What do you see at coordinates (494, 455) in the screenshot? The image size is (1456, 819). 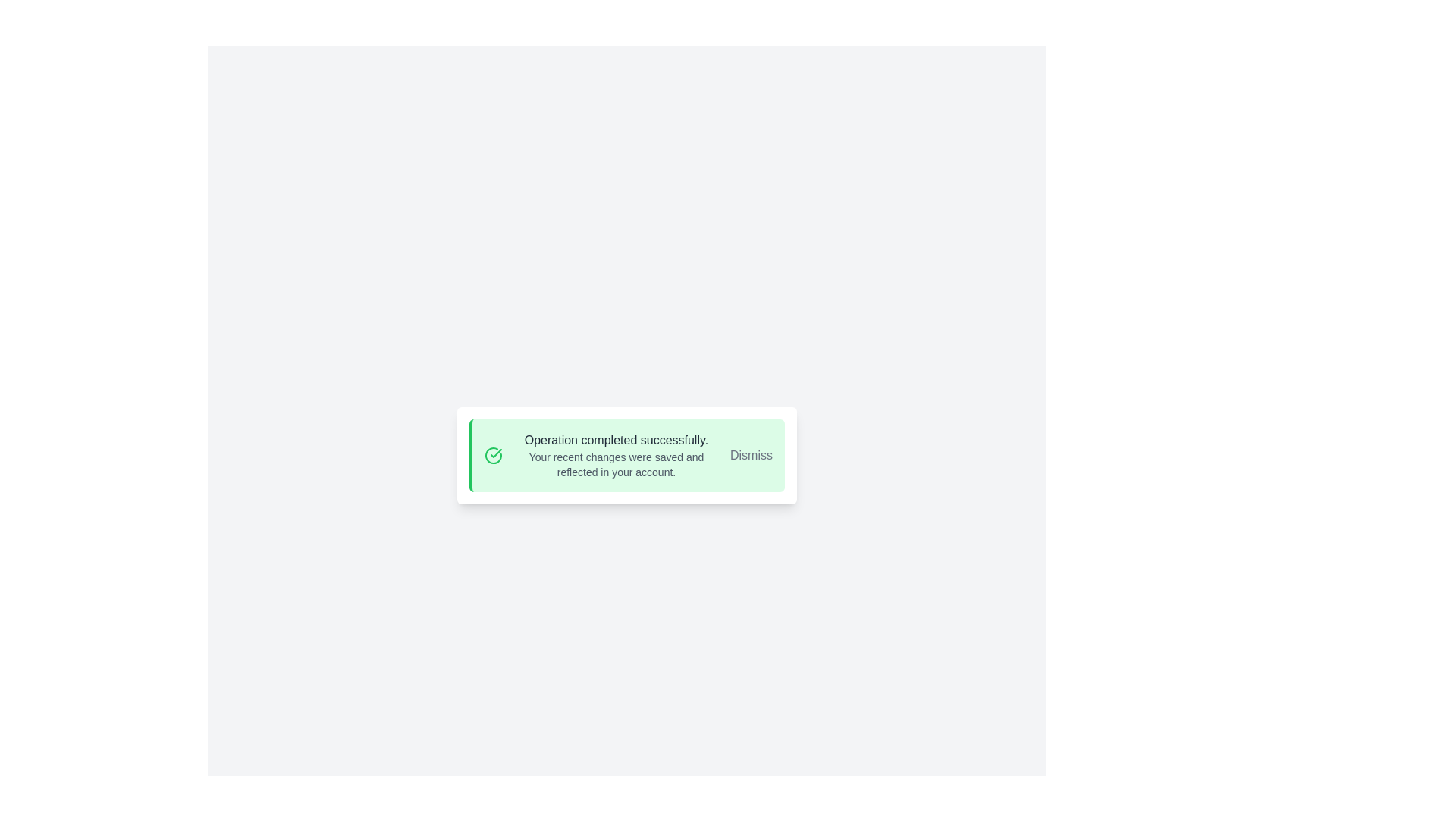 I see `the green circular icon with a checkmark inside, located at the leftmost part of the notification box` at bounding box center [494, 455].